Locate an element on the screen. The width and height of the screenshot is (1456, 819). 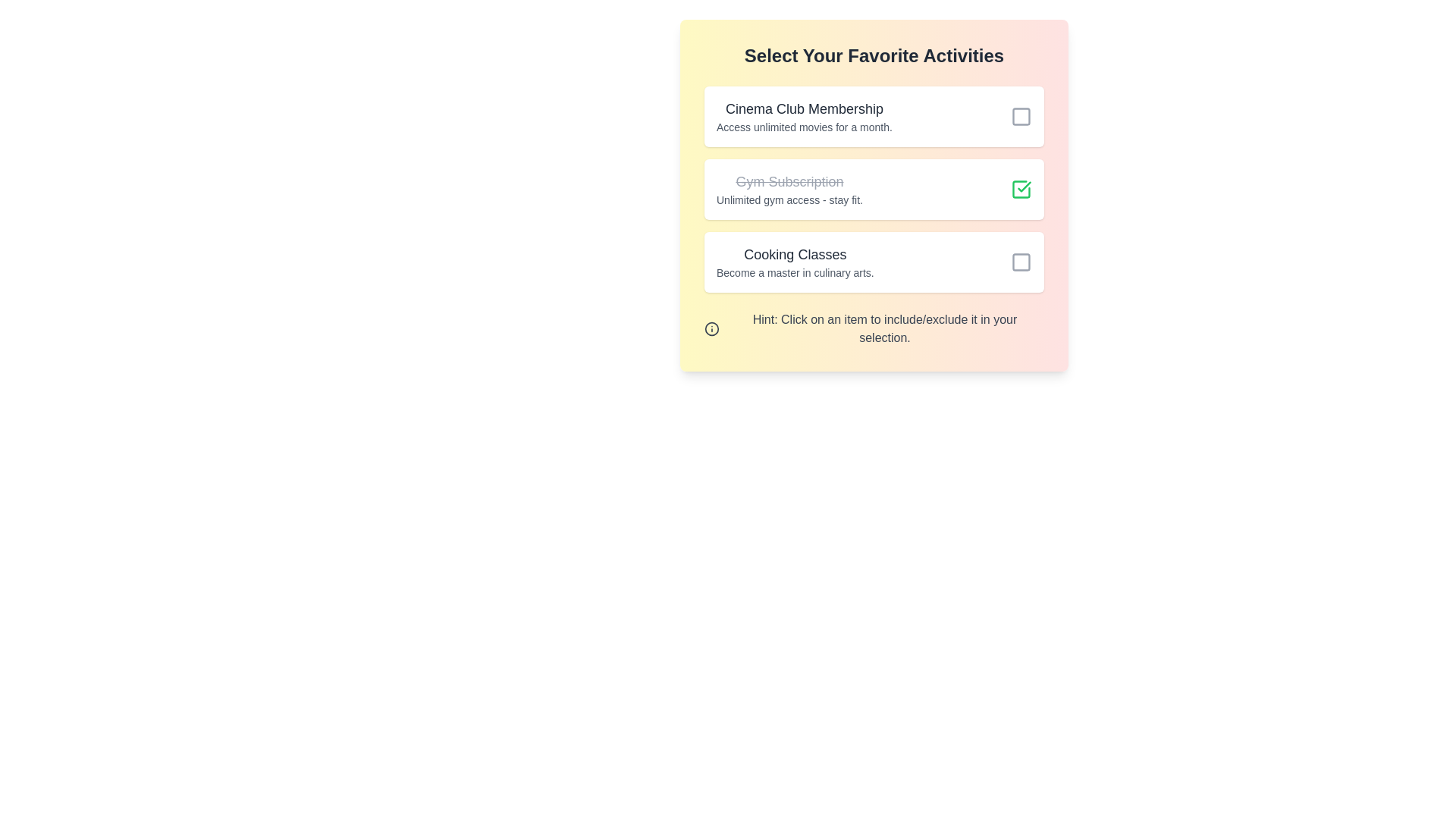
the second checkbox in the group of selectable items located in the 'Select Your Favorite Activities' section is located at coordinates (874, 189).